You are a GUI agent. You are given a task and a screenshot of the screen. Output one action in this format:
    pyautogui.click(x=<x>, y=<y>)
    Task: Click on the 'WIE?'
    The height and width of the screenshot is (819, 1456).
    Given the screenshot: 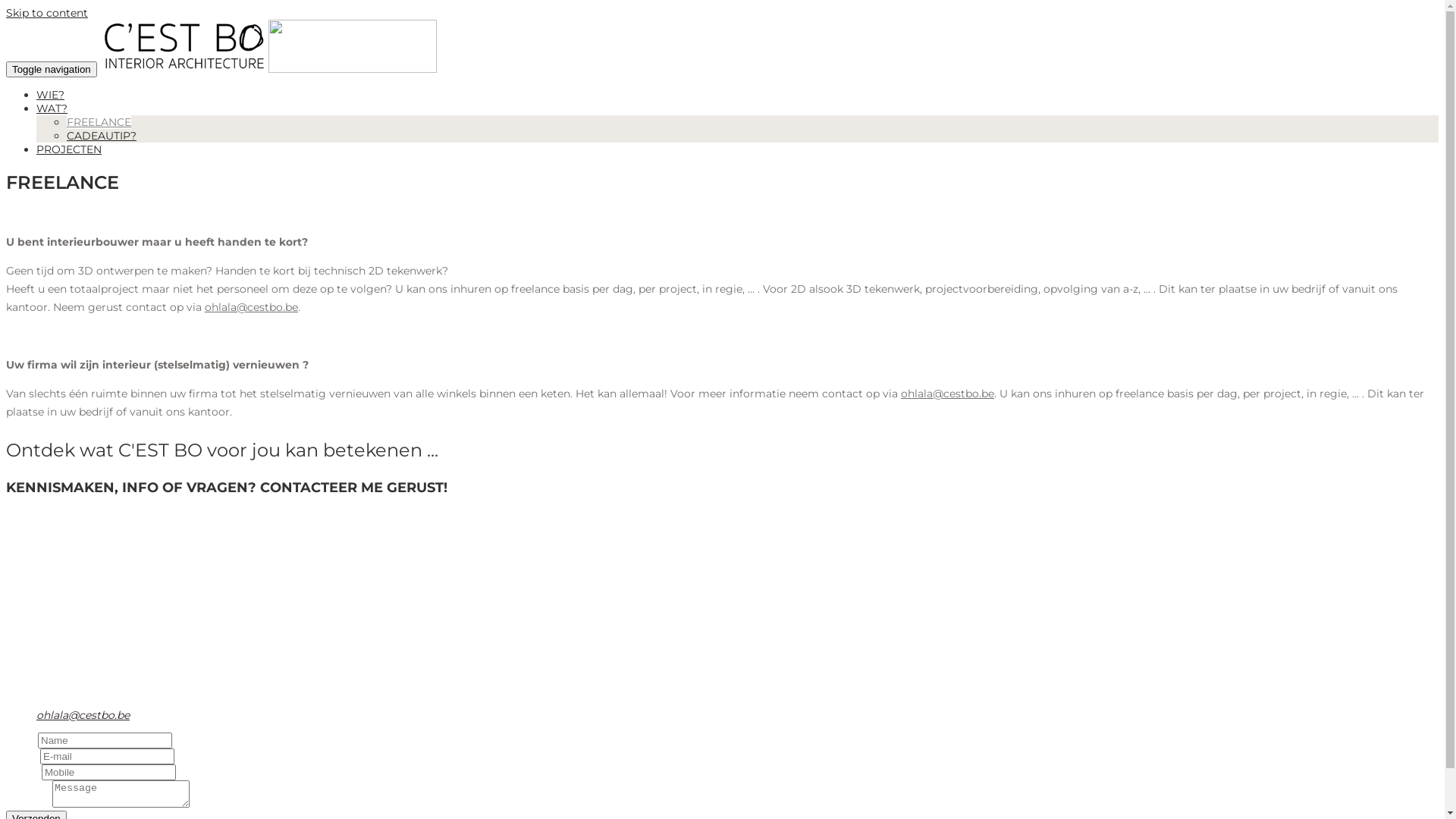 What is the action you would take?
    pyautogui.click(x=50, y=94)
    